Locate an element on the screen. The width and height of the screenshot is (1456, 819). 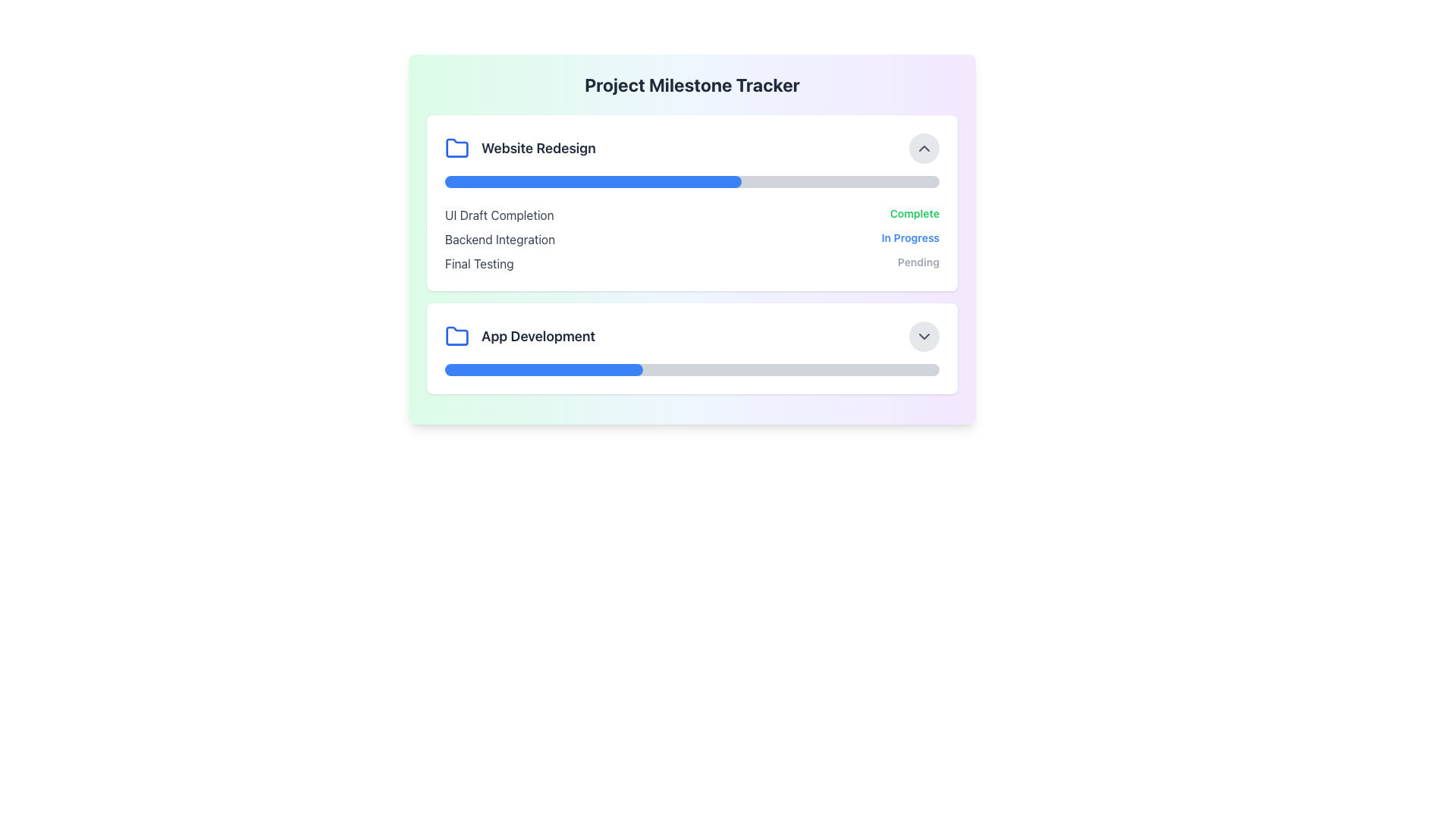
the status Text Label indicating the 'Final Testing' task, which shows it as not yet completed is located at coordinates (918, 262).